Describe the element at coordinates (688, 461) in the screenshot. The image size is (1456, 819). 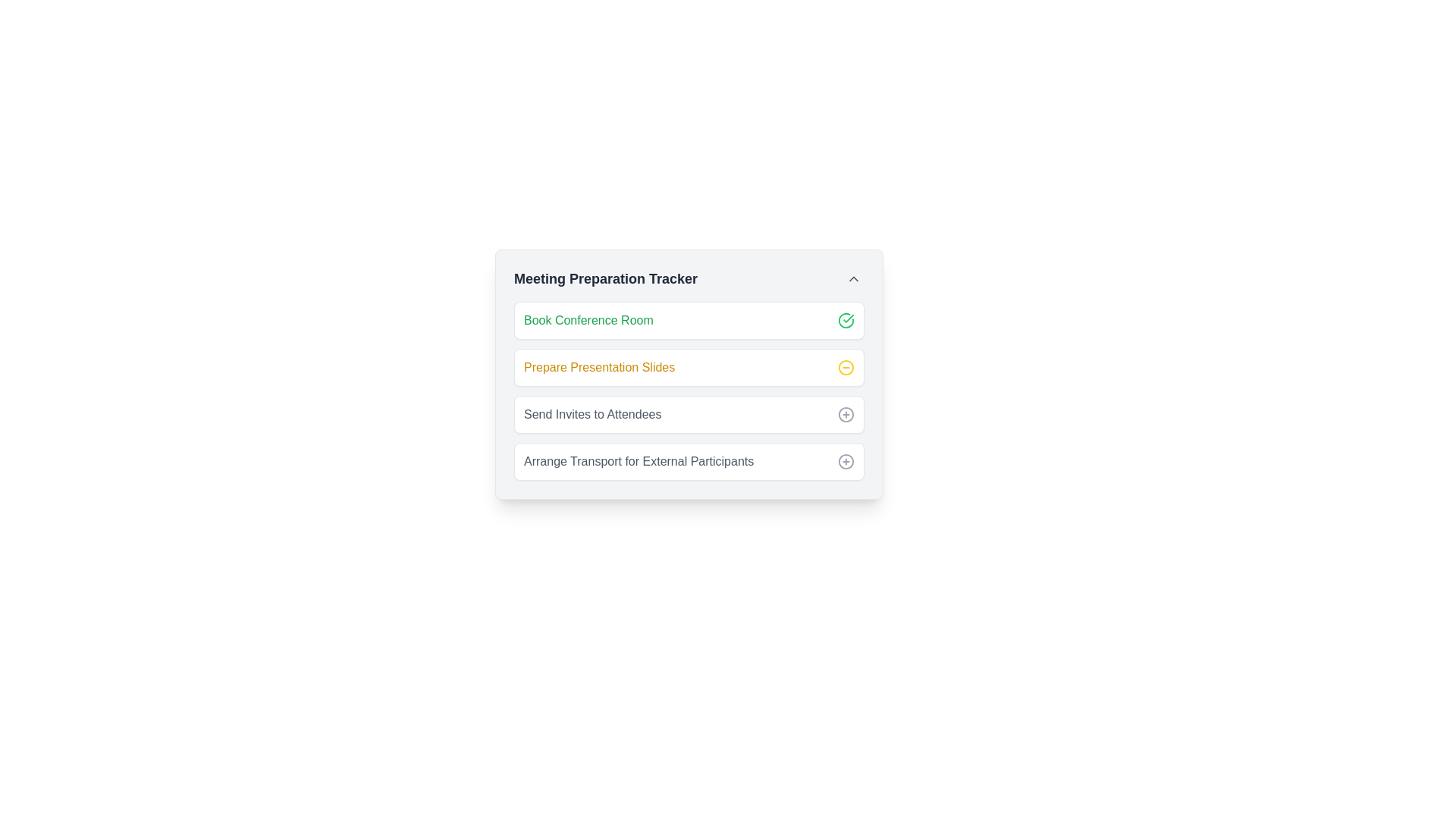
I see `the task card with the text 'Arrange Transport for External Participants' in the 'Meeting Preparation Tracker'` at that location.